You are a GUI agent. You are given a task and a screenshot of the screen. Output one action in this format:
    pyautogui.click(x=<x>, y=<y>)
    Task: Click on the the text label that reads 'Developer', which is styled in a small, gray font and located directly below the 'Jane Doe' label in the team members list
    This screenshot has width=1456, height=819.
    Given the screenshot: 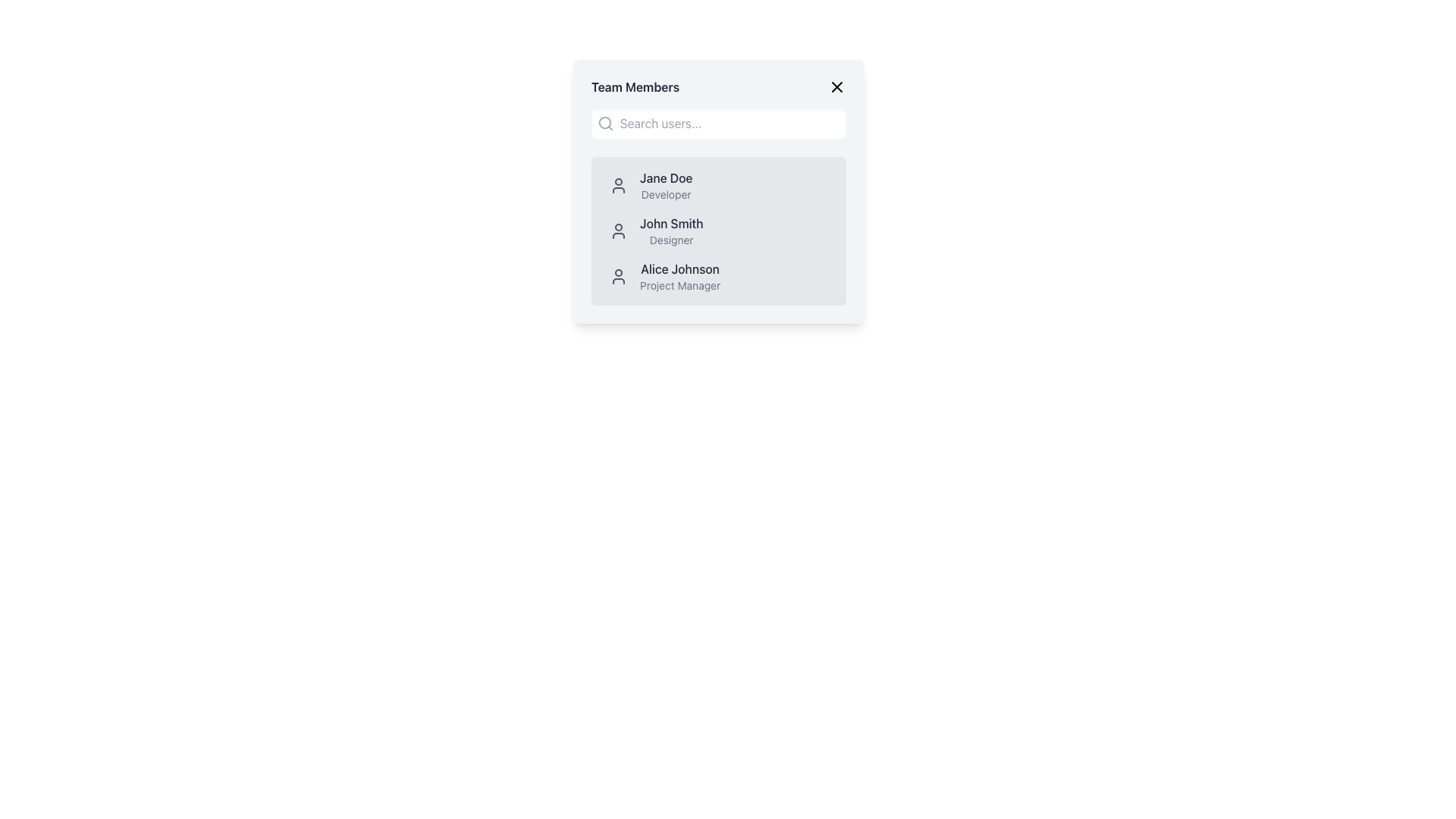 What is the action you would take?
    pyautogui.click(x=666, y=194)
    